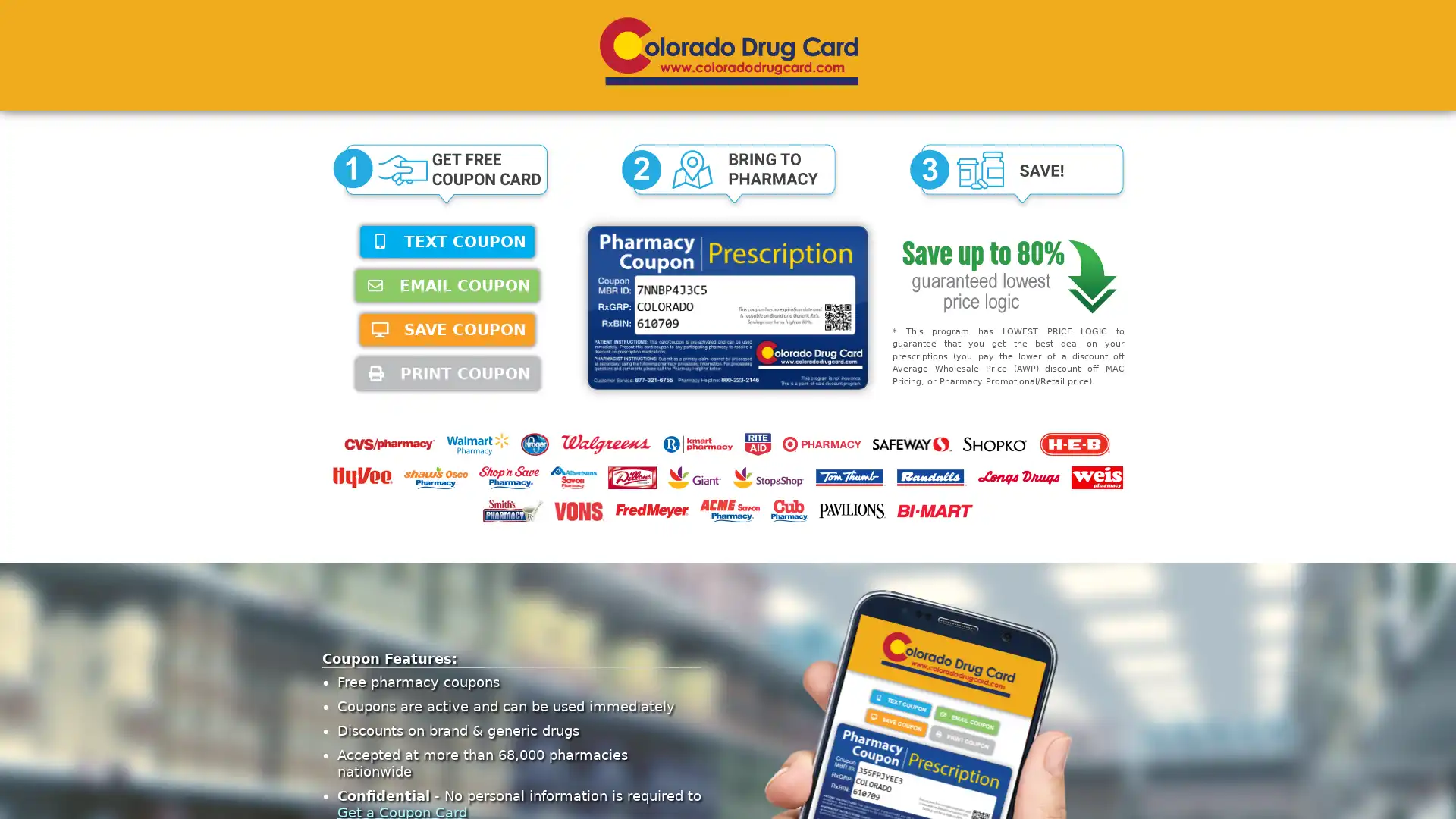  I want to click on TEXT COUPON, so click(447, 241).